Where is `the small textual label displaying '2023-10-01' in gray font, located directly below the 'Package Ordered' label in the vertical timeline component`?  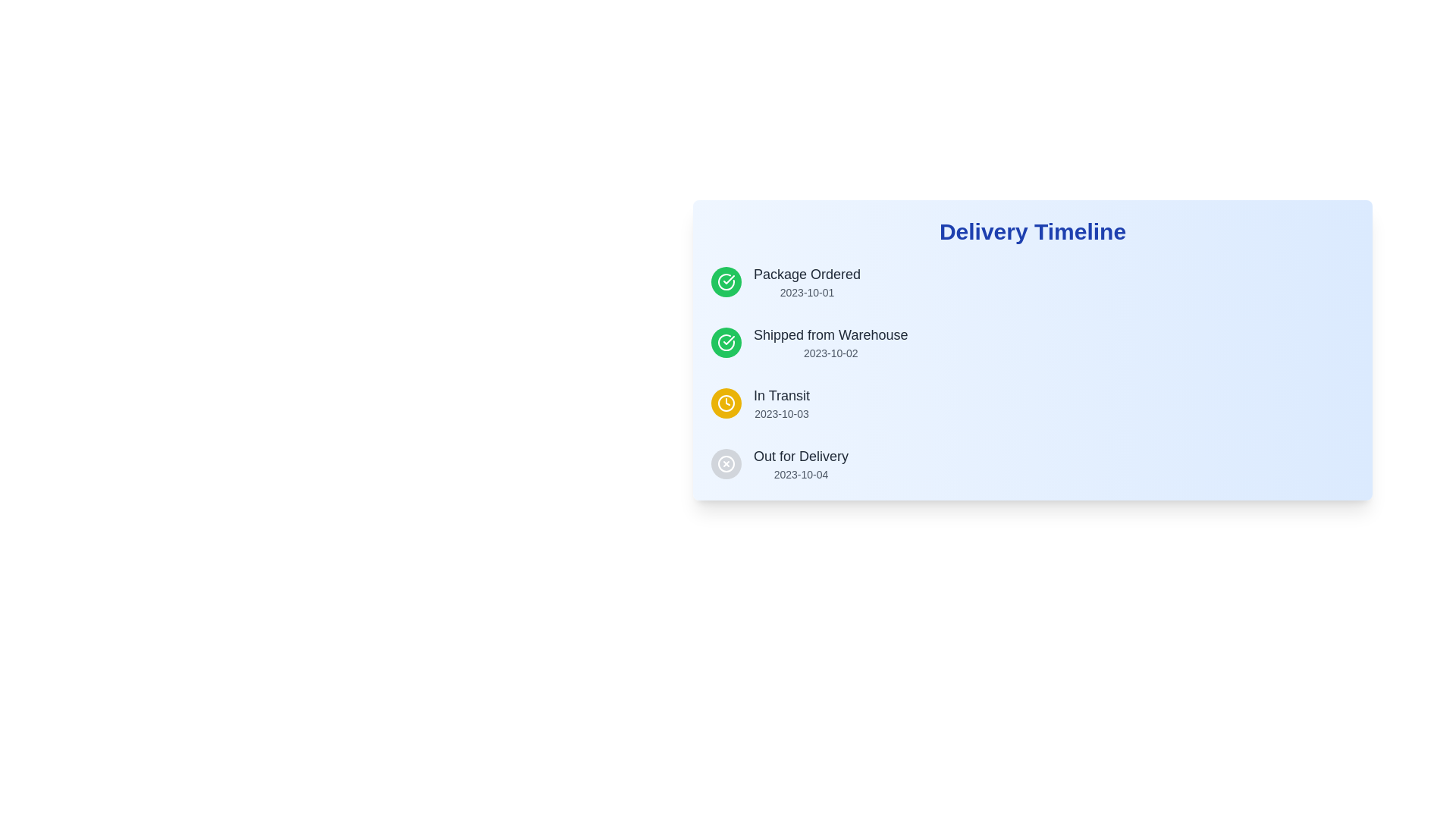
the small textual label displaying '2023-10-01' in gray font, located directly below the 'Package Ordered' label in the vertical timeline component is located at coordinates (806, 292).